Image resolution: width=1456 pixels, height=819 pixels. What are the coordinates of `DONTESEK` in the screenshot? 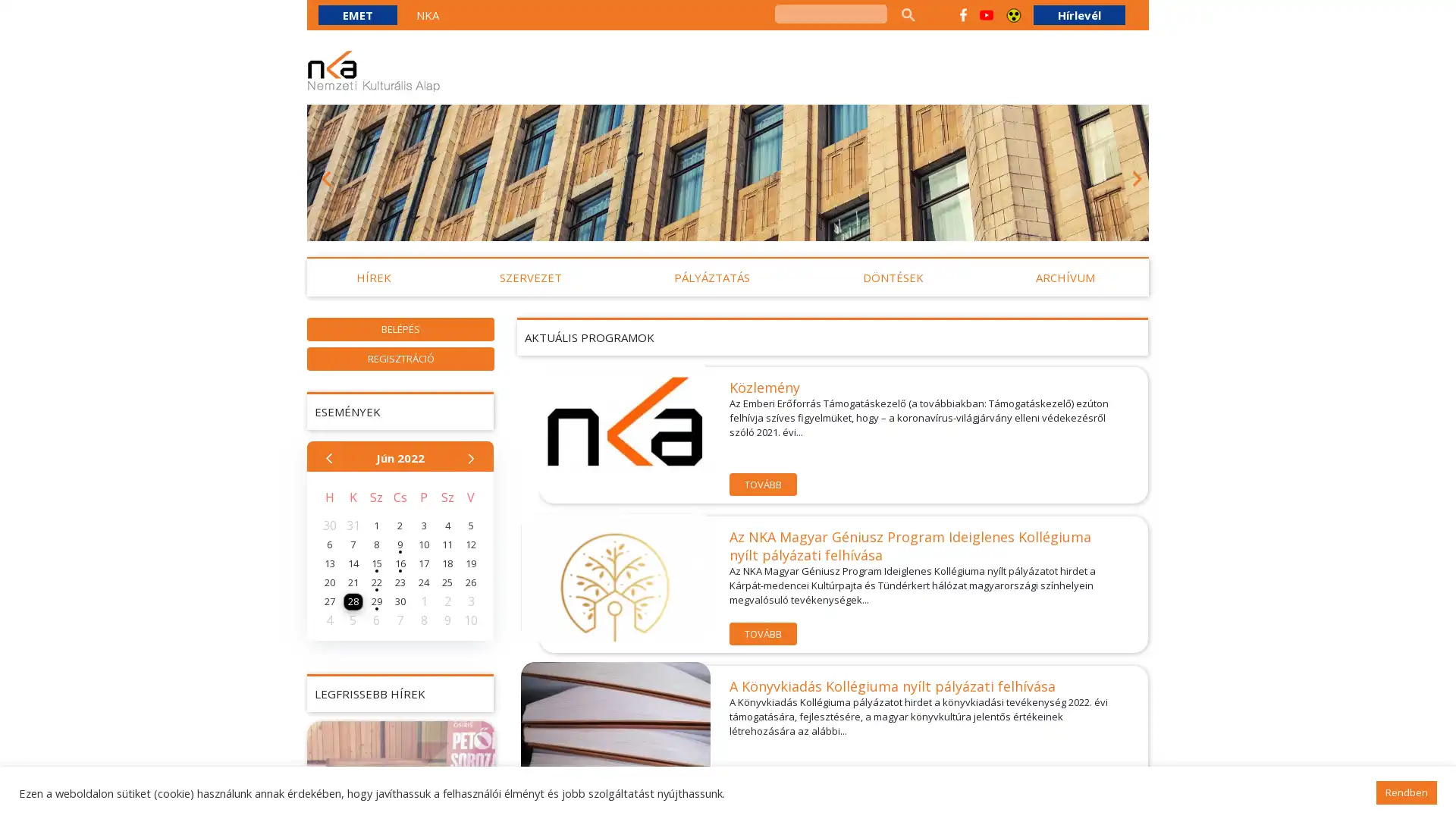 It's located at (892, 278).